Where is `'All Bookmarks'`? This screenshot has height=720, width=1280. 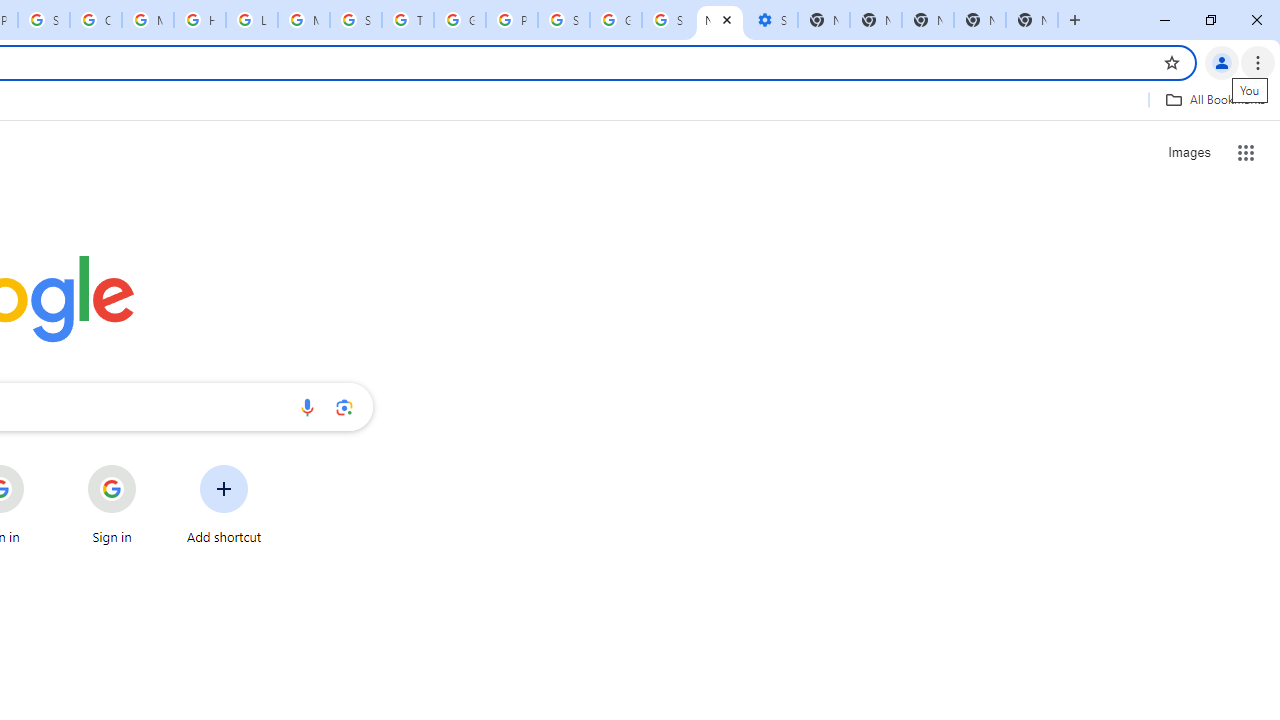 'All Bookmarks' is located at coordinates (1214, 99).